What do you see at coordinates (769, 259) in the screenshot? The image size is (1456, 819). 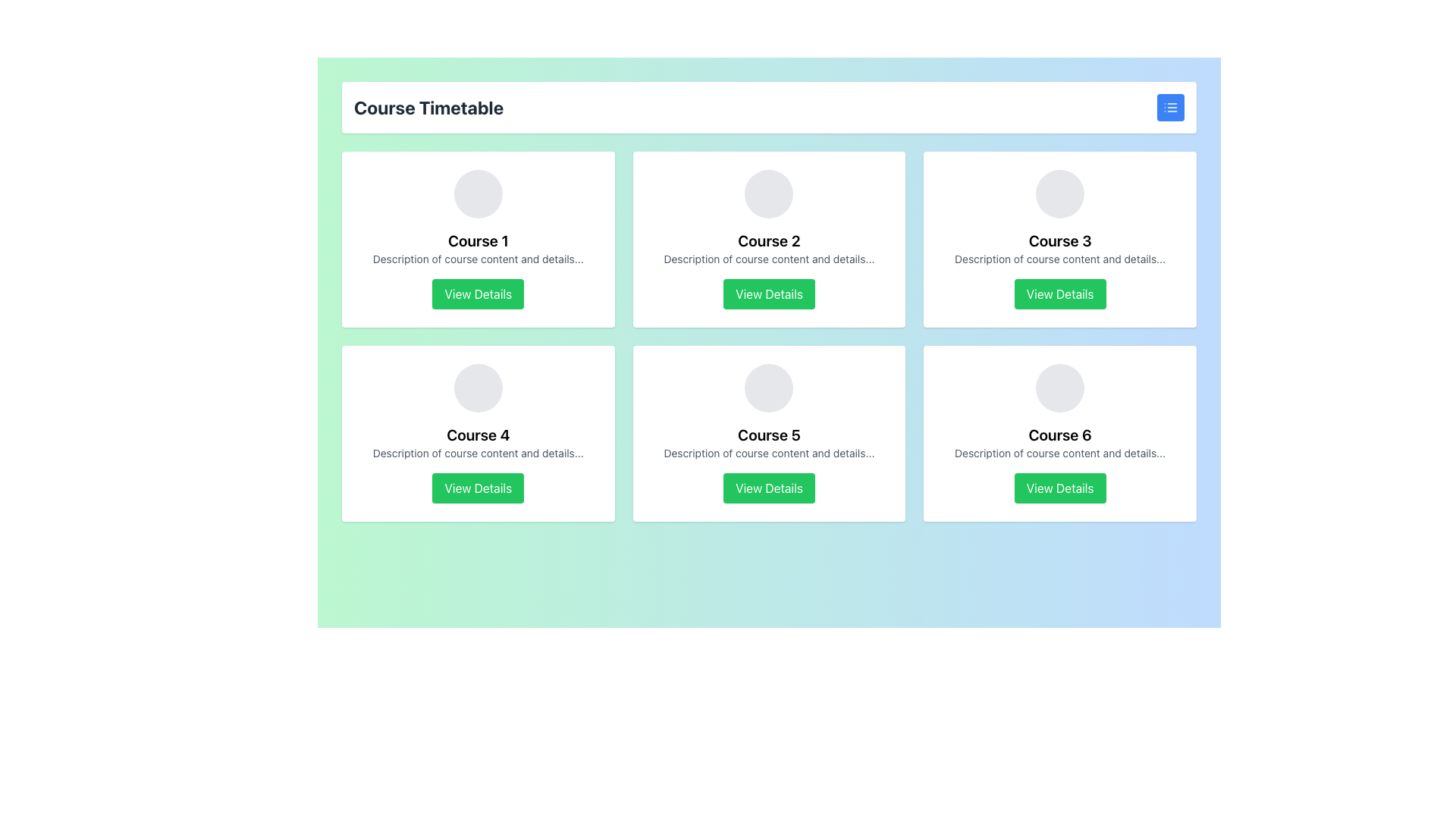 I see `the descriptive text element located within the 'Course 2' card, positioned below the title and above the 'View Details' button` at bounding box center [769, 259].